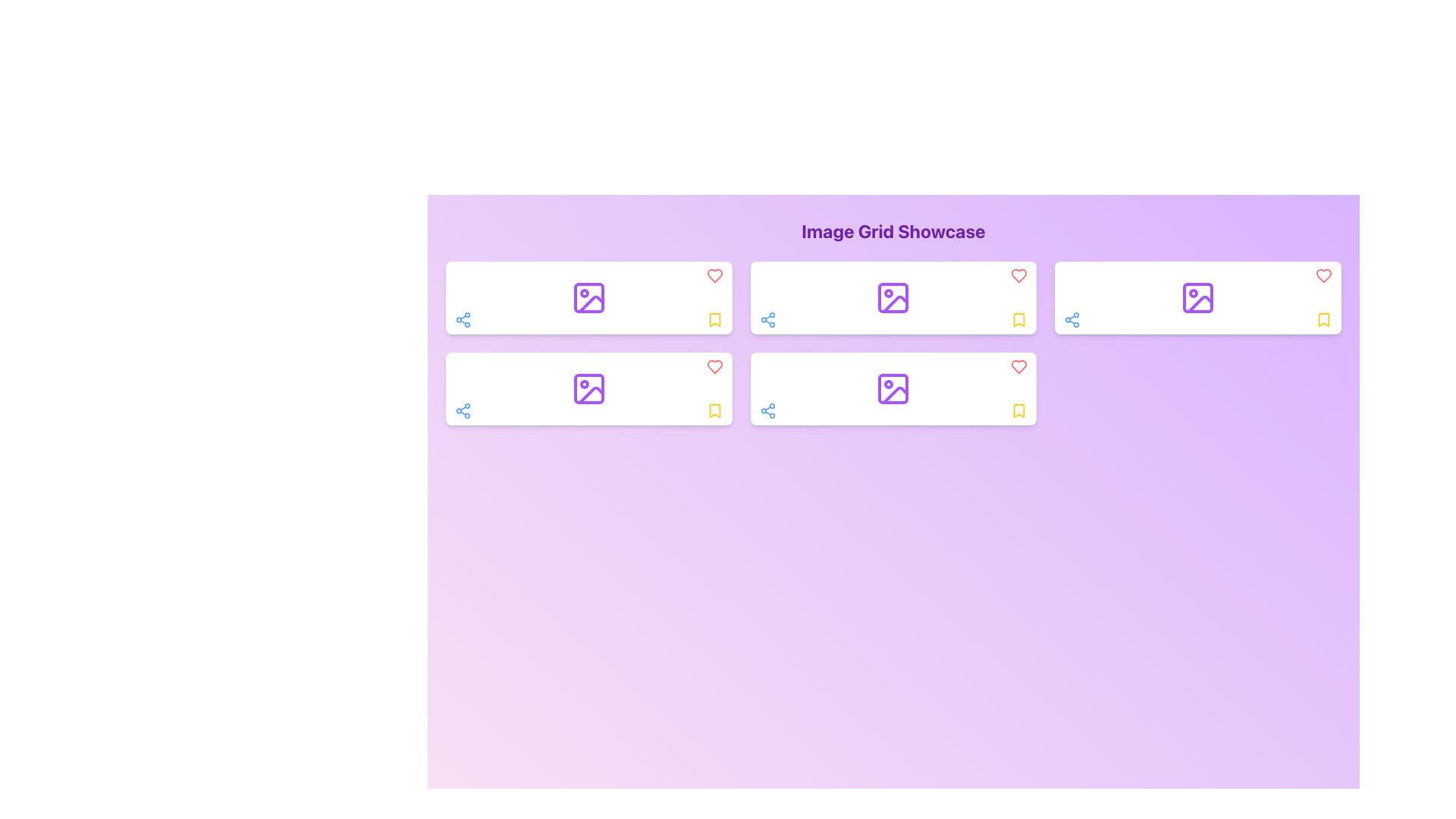  What do you see at coordinates (714, 318) in the screenshot?
I see `the interactive bookmark icon located in the bottom-right corner of the upper right card in the grid` at bounding box center [714, 318].